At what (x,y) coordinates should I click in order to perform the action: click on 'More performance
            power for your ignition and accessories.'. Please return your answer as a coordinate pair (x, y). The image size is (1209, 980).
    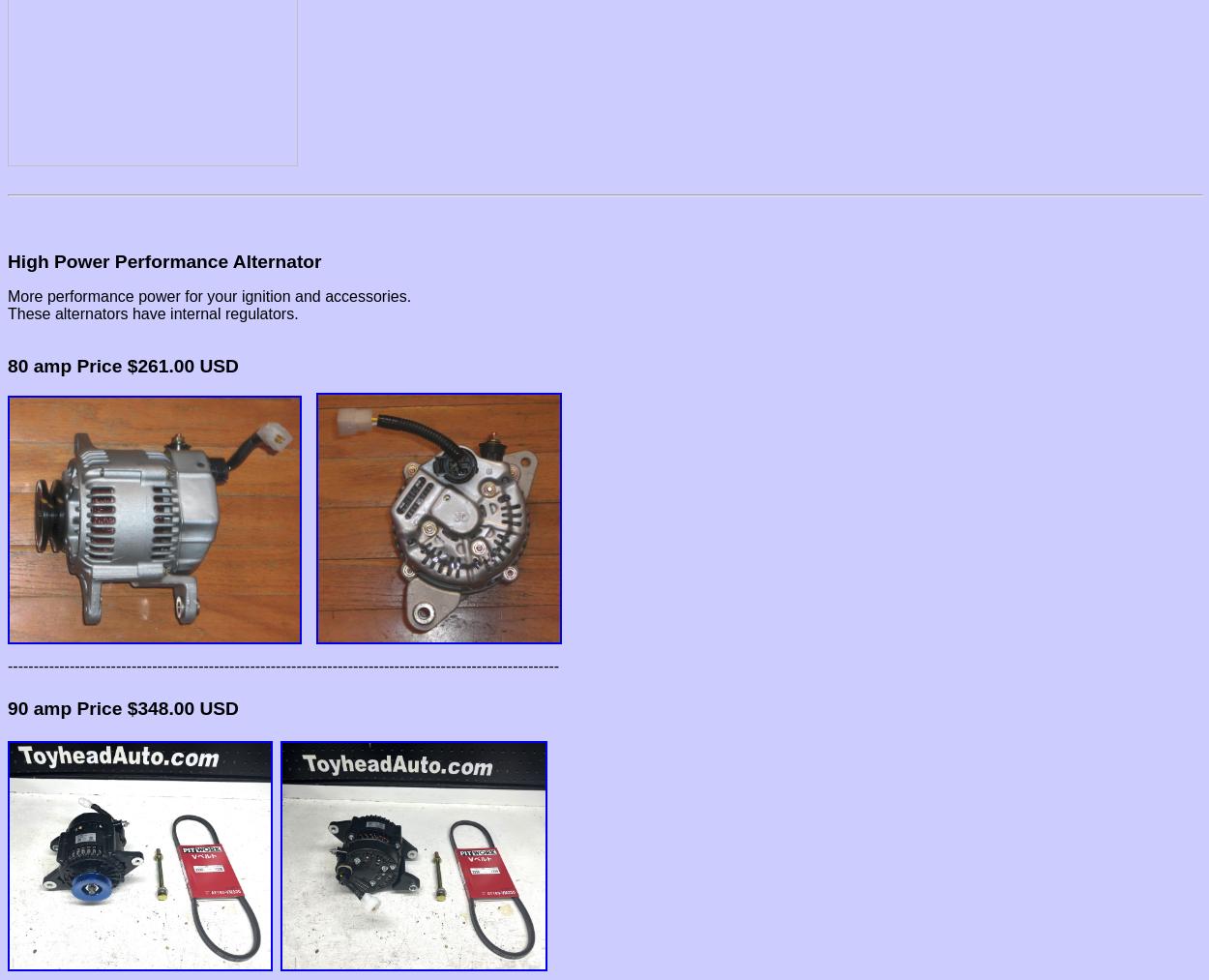
    Looking at the image, I should click on (208, 295).